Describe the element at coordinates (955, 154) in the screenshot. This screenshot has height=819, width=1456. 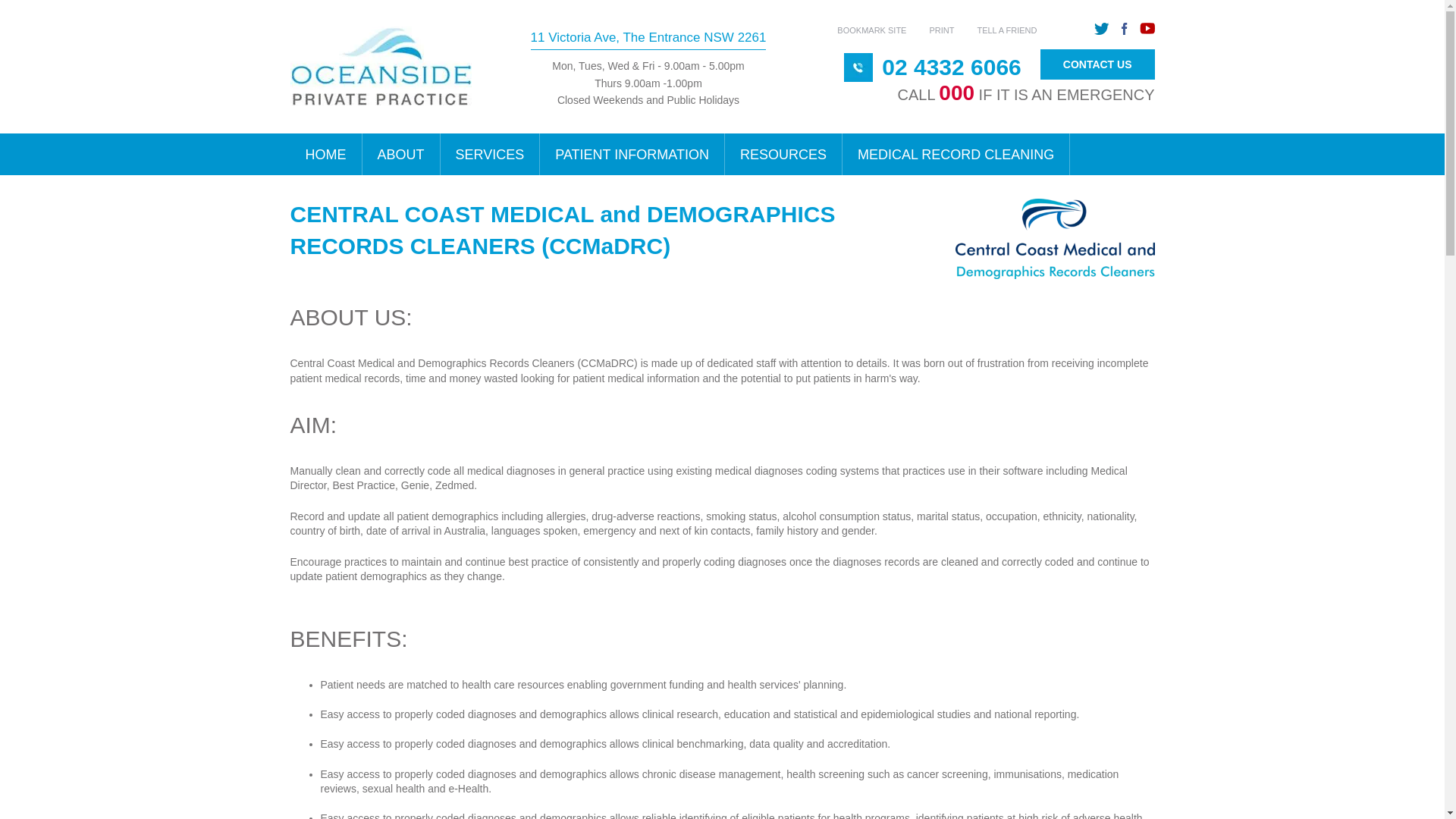
I see `'MEDICAL RECORD CLEANING'` at that location.